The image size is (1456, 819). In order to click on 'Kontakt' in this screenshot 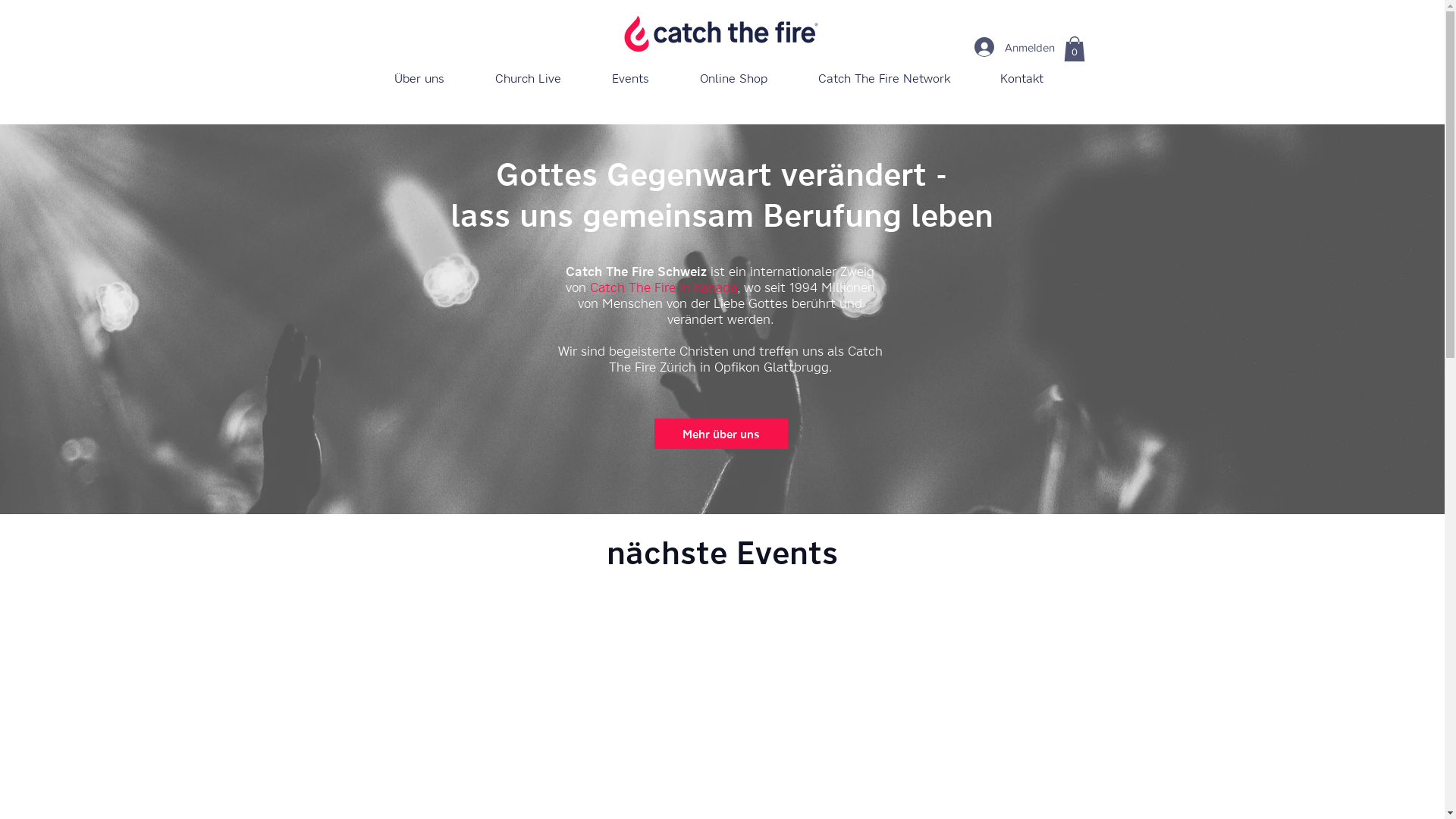, I will do `click(1021, 78)`.